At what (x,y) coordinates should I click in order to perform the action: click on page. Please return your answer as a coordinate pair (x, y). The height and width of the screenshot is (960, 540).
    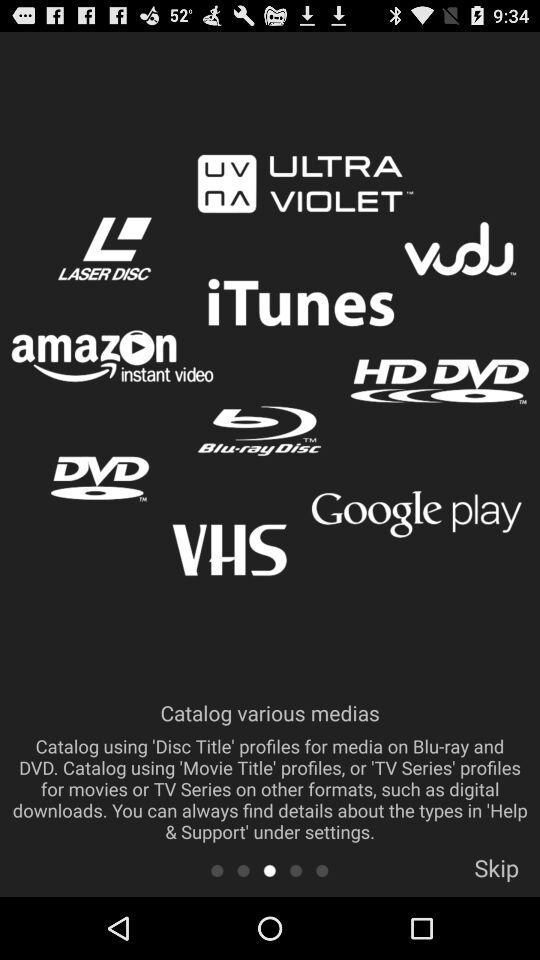
    Looking at the image, I should click on (269, 869).